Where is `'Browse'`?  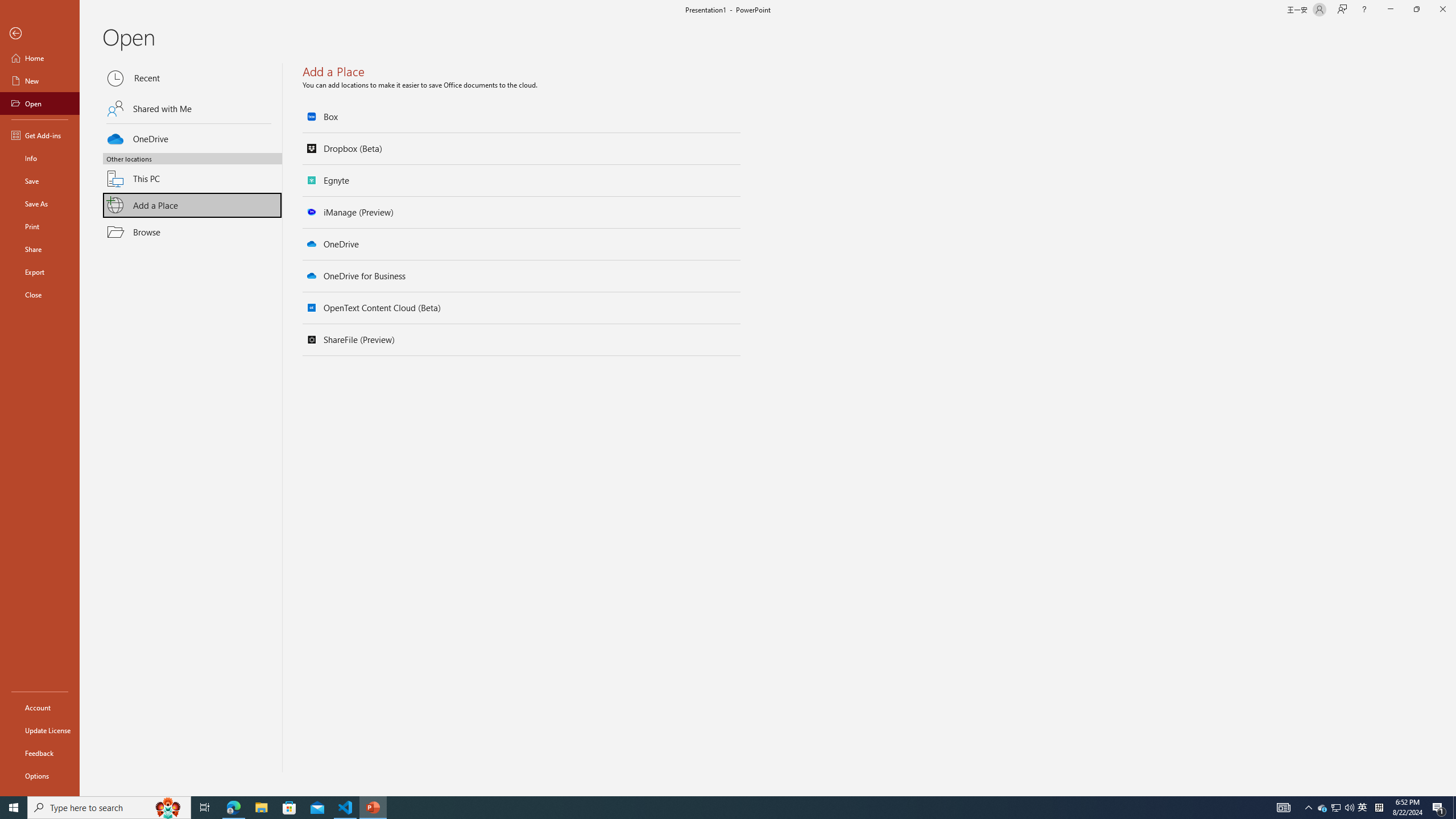 'Browse' is located at coordinates (192, 231).